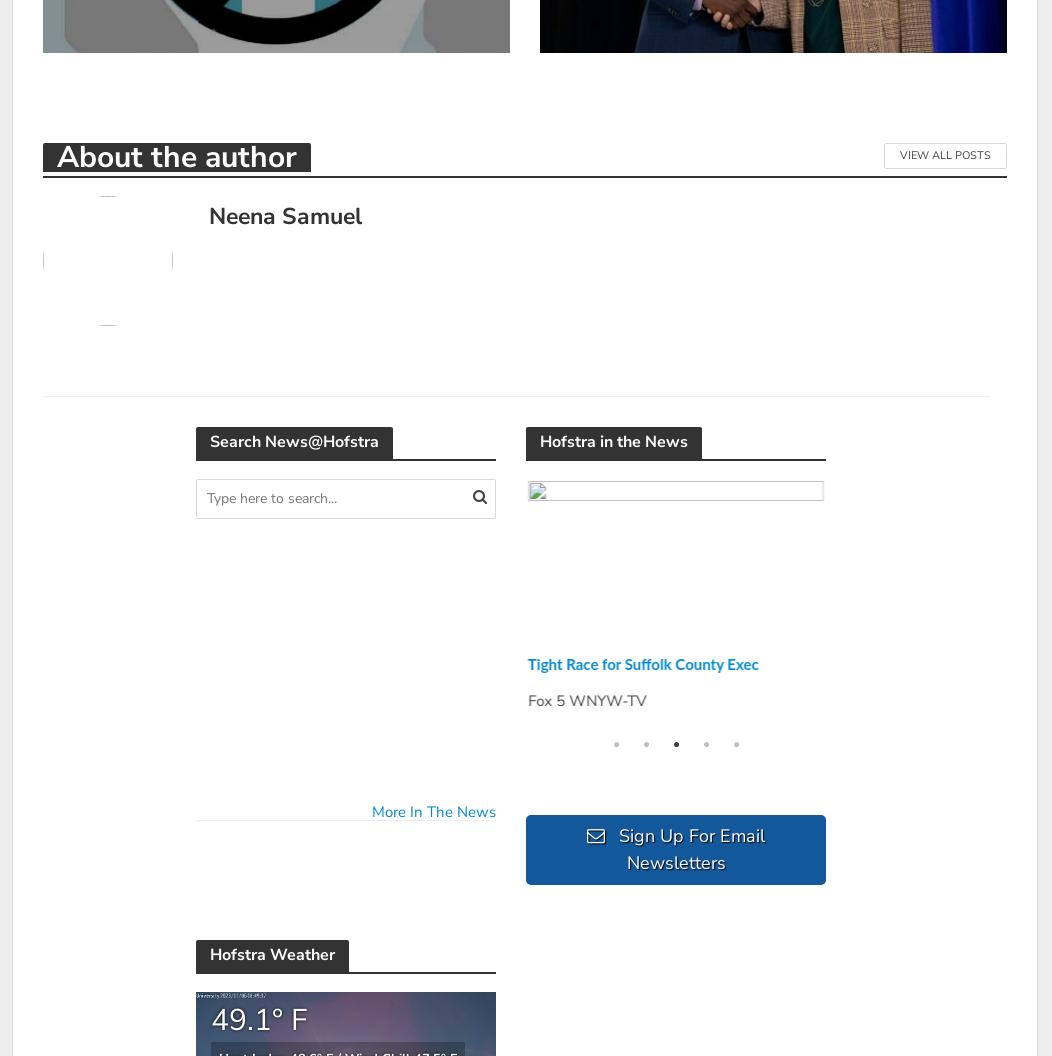  Describe the element at coordinates (614, 440) in the screenshot. I see `'Hofstra in the News'` at that location.